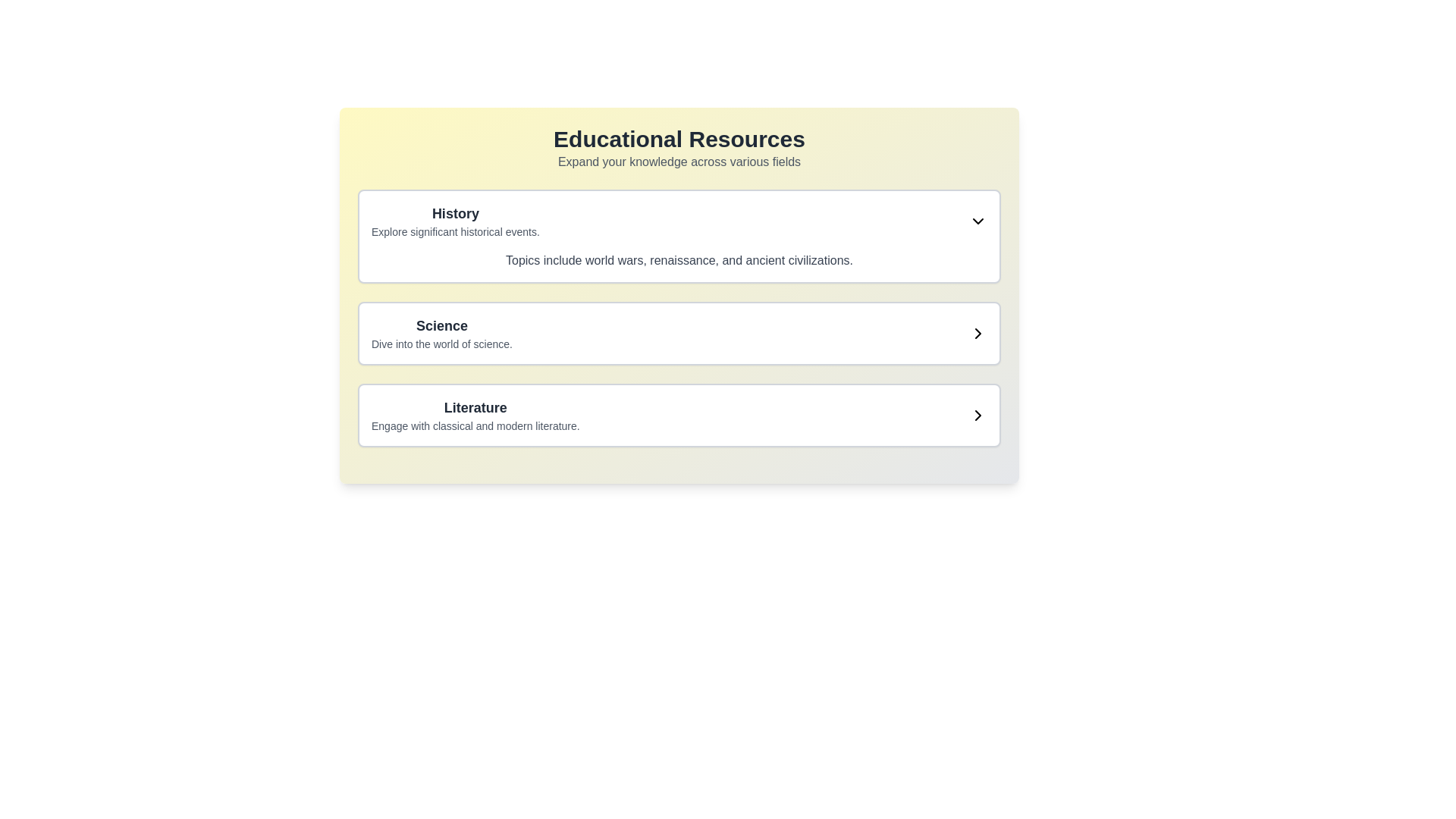 The image size is (1456, 819). I want to click on the 'Literature' informational component located in the bottom section of the 'Educational Resources' list, so click(475, 415).